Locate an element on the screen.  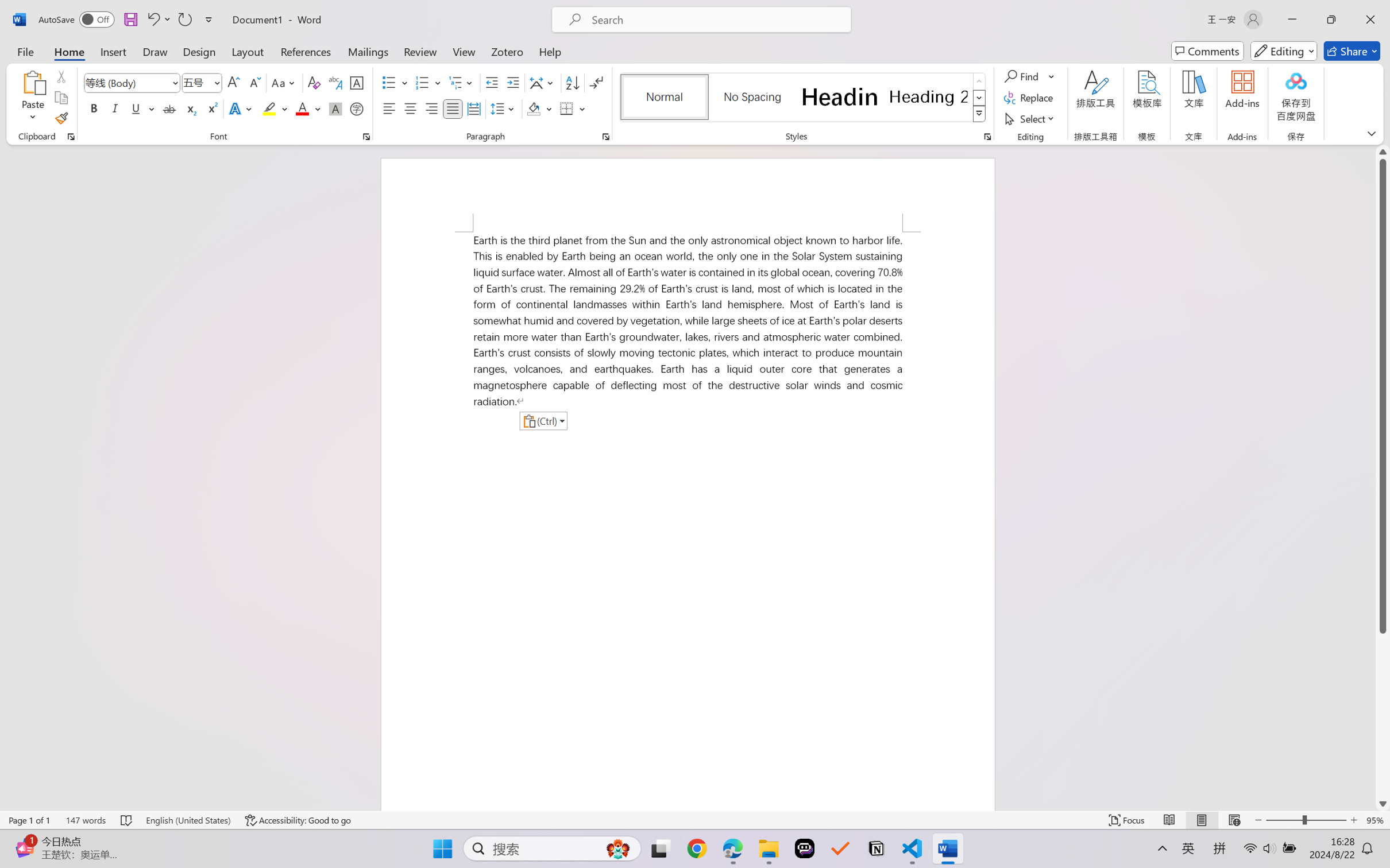
'Action: Paste alternatives' is located at coordinates (542, 420).